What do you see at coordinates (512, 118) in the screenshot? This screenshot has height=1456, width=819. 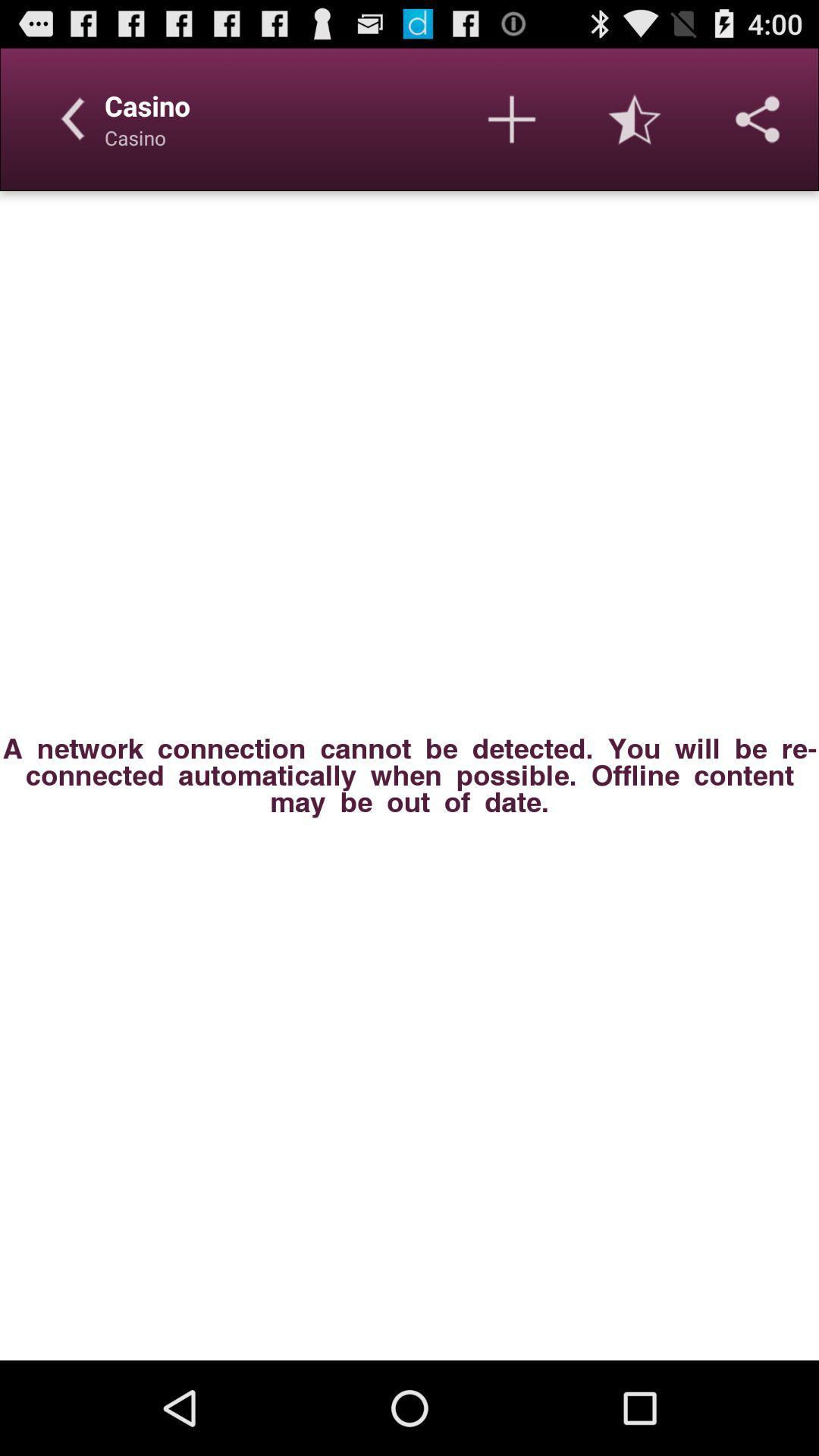 I see `casino` at bounding box center [512, 118].